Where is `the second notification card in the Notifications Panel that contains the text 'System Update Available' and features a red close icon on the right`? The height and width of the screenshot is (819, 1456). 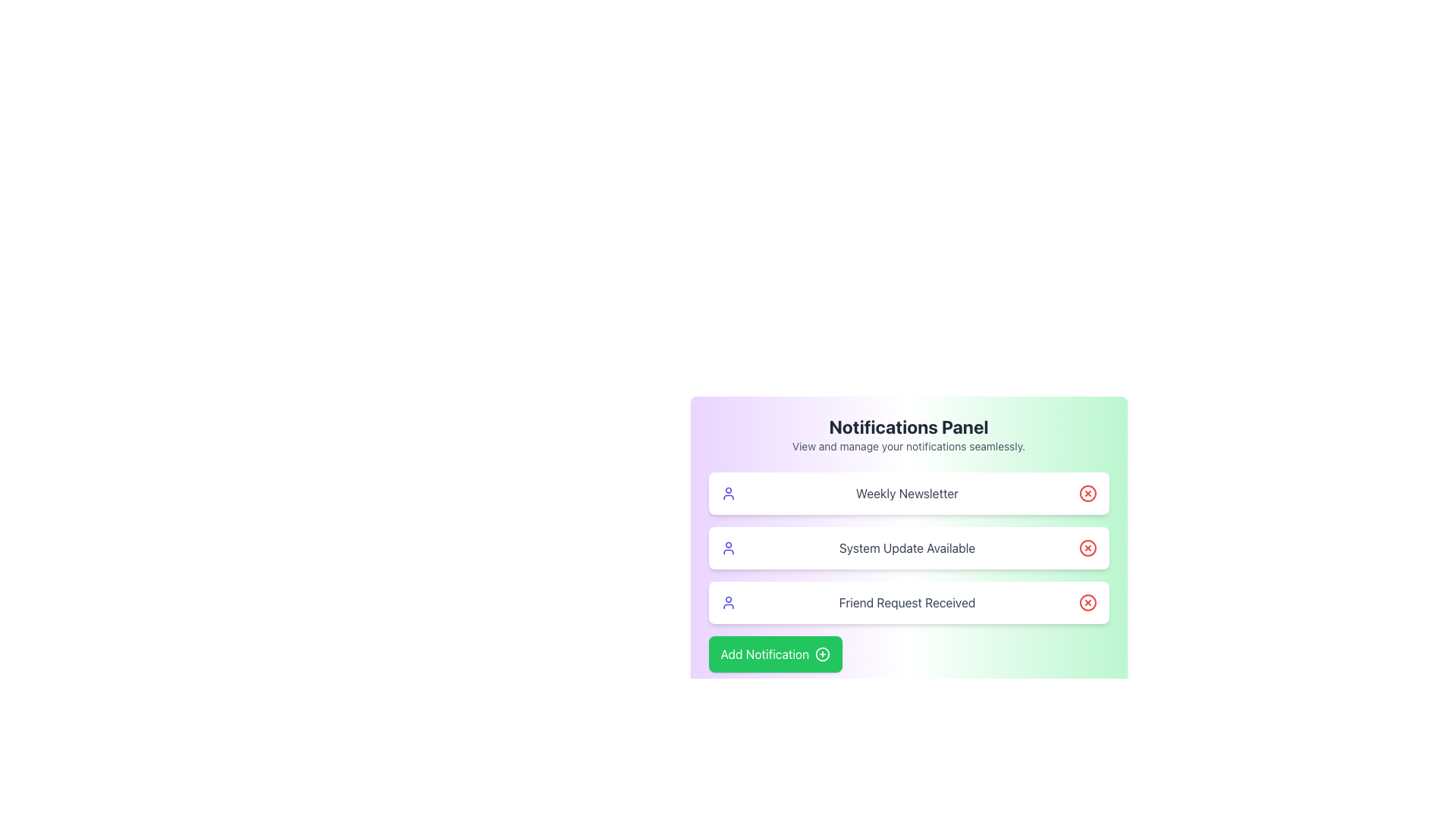 the second notification card in the Notifications Panel that contains the text 'System Update Available' and features a red close icon on the right is located at coordinates (908, 548).